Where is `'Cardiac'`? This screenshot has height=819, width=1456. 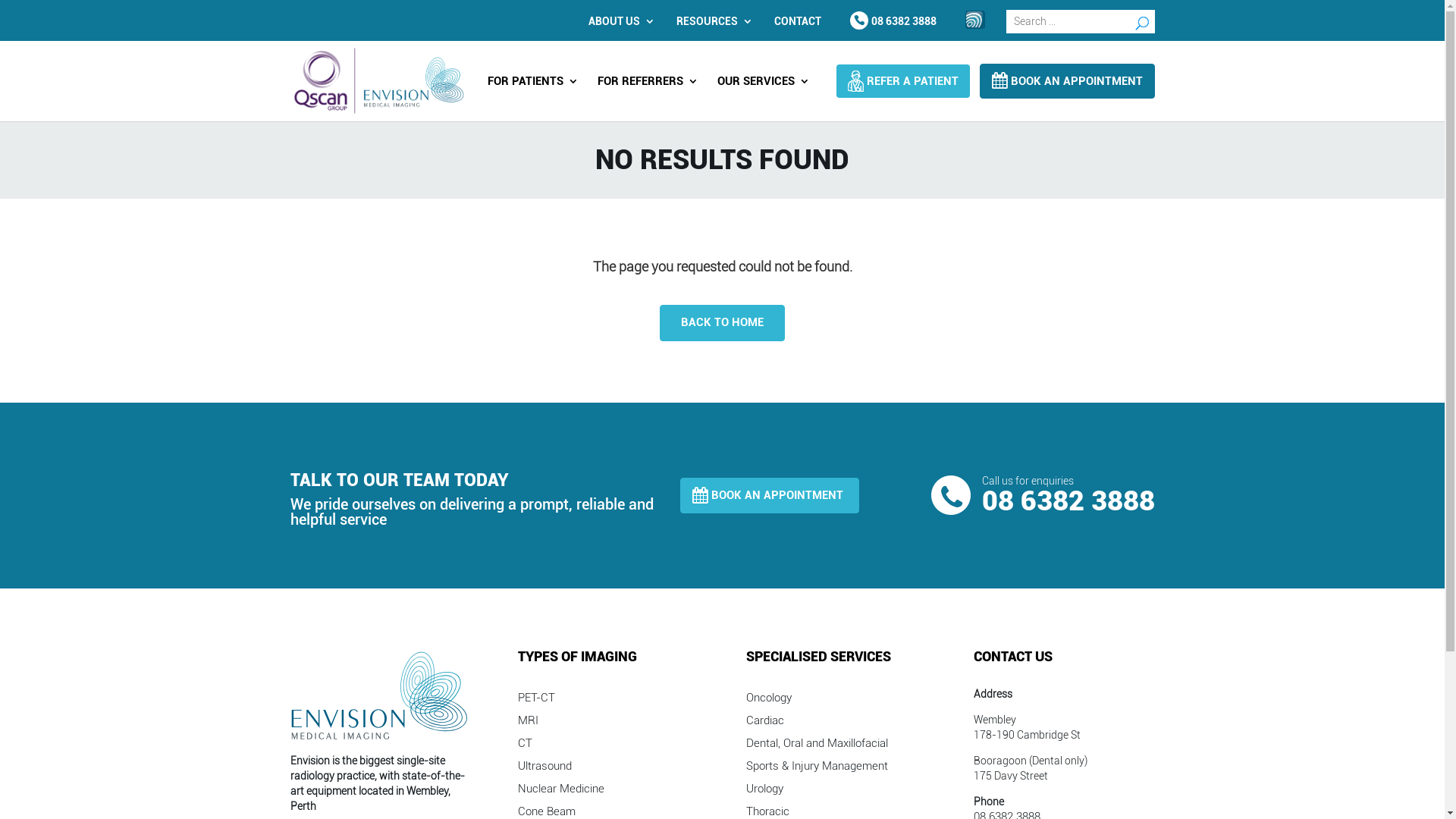
'Cardiac' is located at coordinates (764, 722).